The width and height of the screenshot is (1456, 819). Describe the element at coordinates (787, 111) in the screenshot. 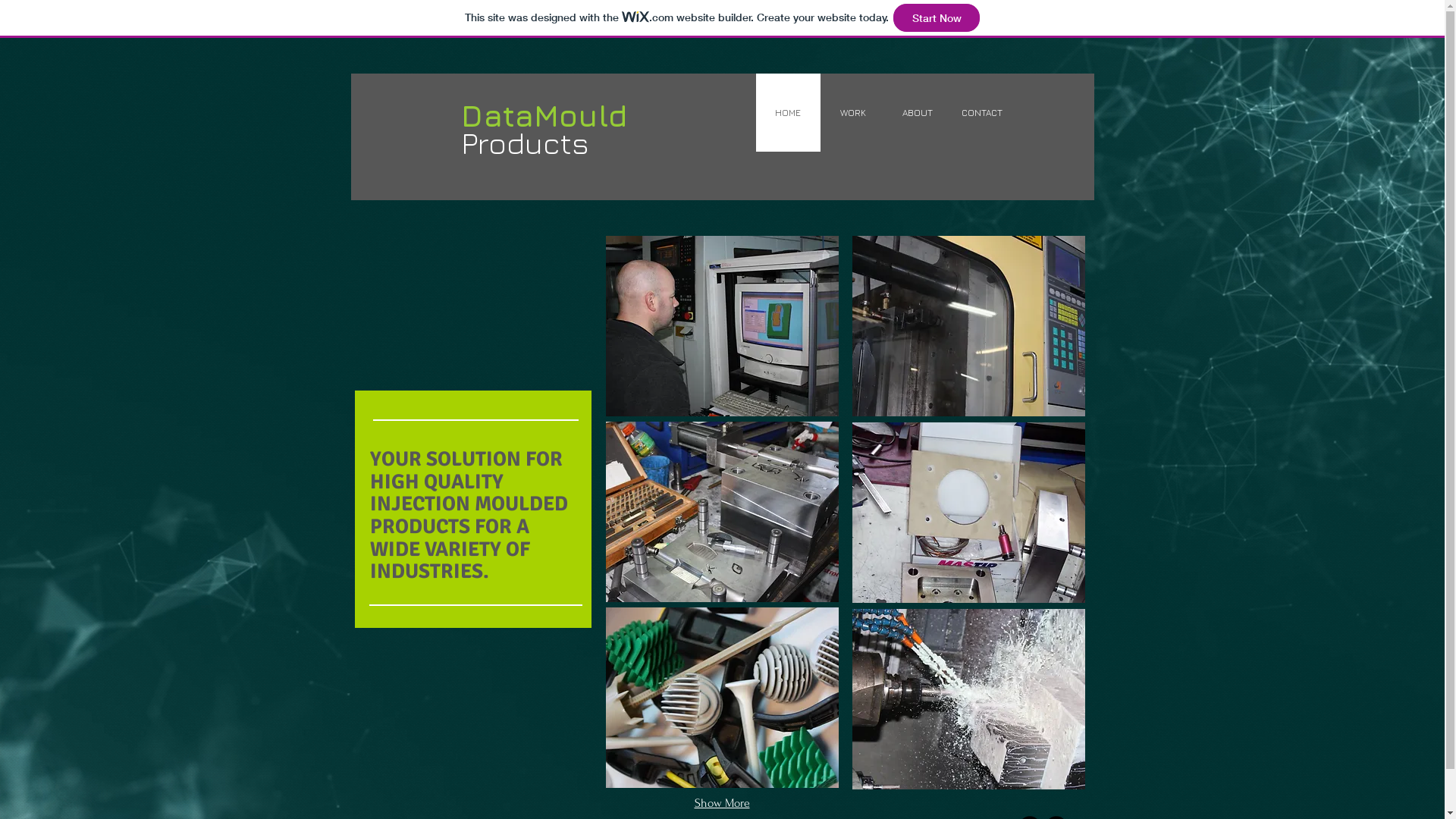

I see `'HOME'` at that location.